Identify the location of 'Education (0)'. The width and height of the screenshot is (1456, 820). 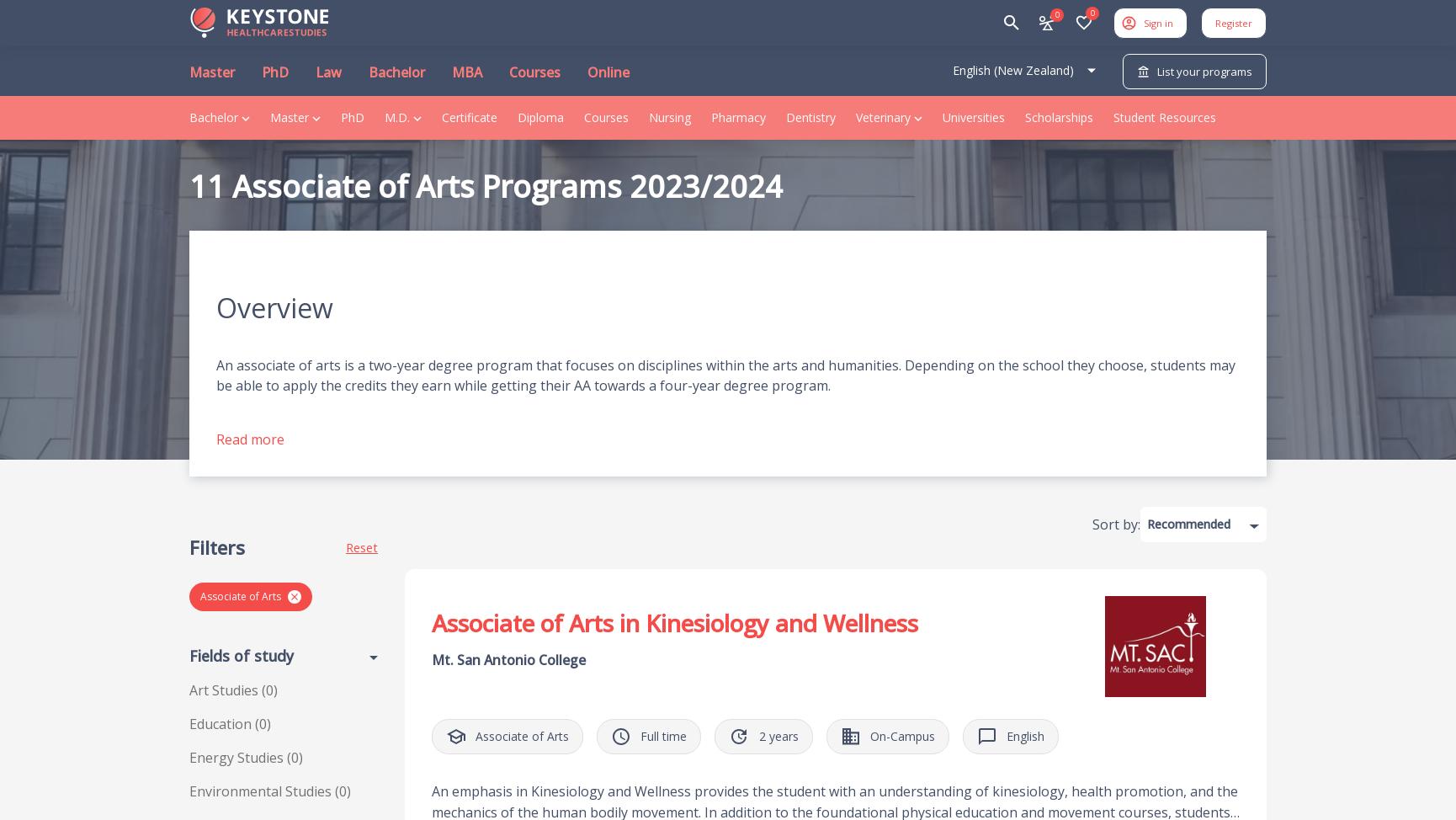
(229, 724).